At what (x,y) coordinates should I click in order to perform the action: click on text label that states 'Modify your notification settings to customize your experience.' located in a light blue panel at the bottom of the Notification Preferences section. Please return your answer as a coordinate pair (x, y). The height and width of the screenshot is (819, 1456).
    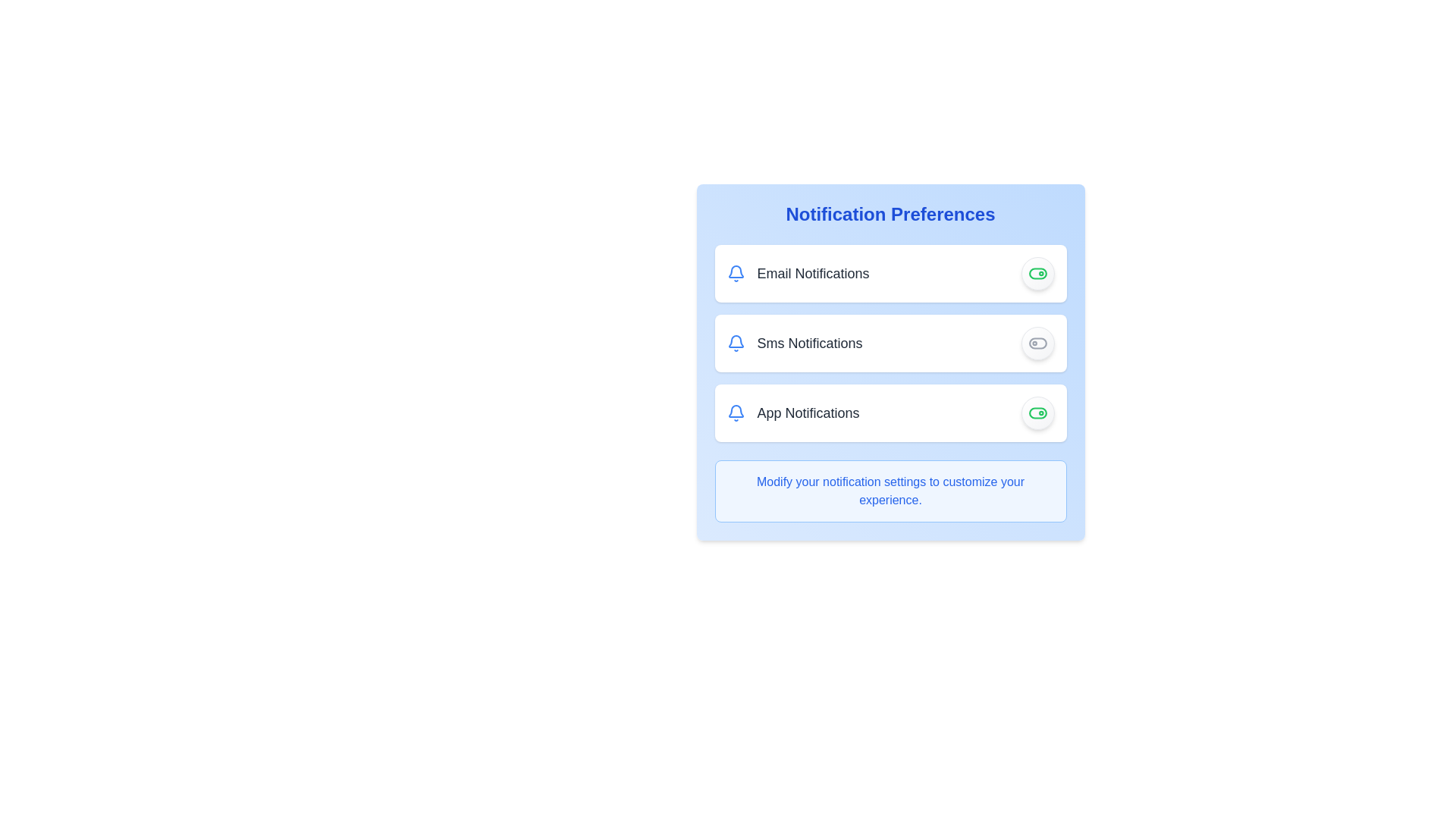
    Looking at the image, I should click on (890, 491).